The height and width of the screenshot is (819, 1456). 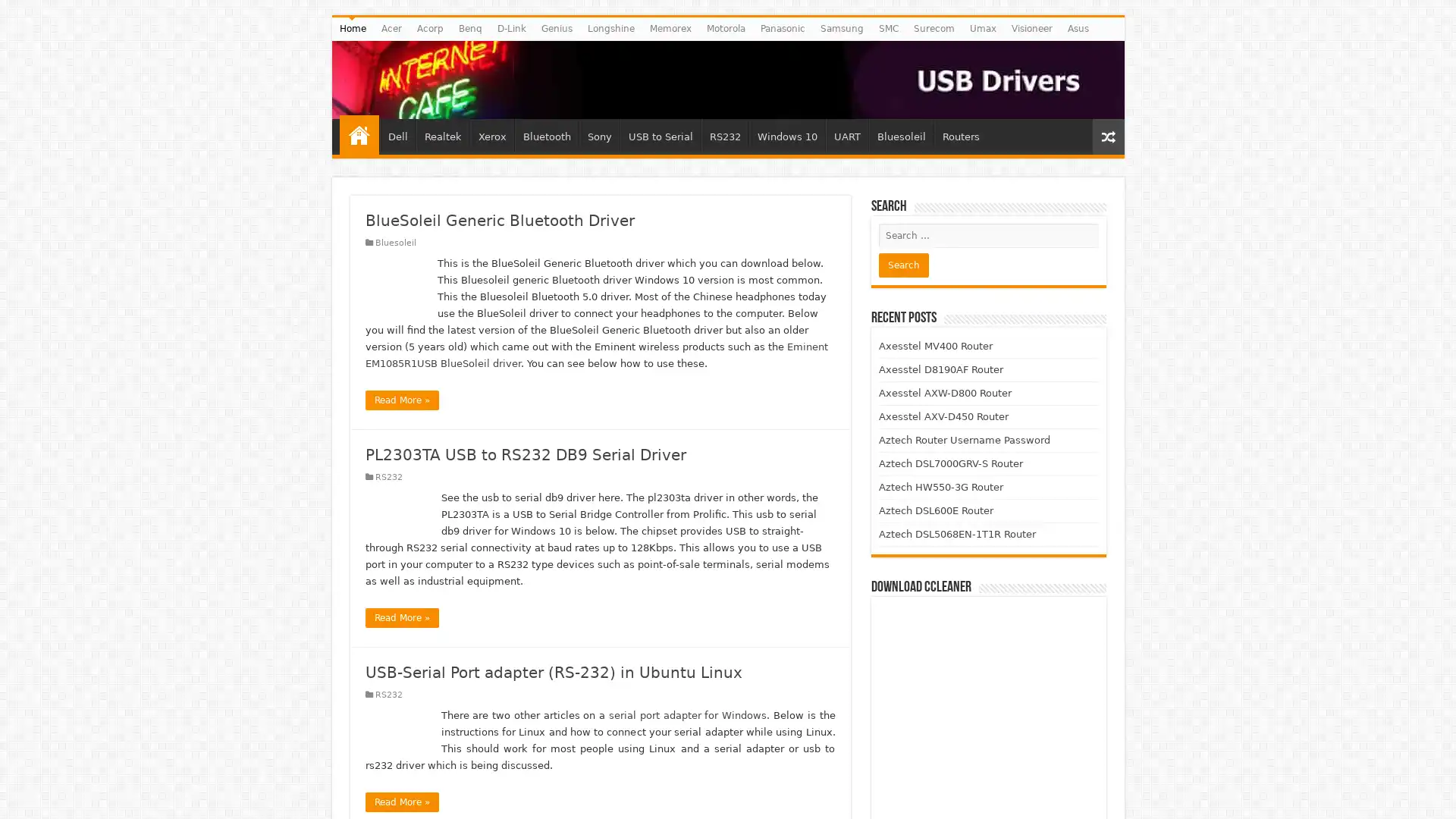 What do you see at coordinates (902, 265) in the screenshot?
I see `Search` at bounding box center [902, 265].